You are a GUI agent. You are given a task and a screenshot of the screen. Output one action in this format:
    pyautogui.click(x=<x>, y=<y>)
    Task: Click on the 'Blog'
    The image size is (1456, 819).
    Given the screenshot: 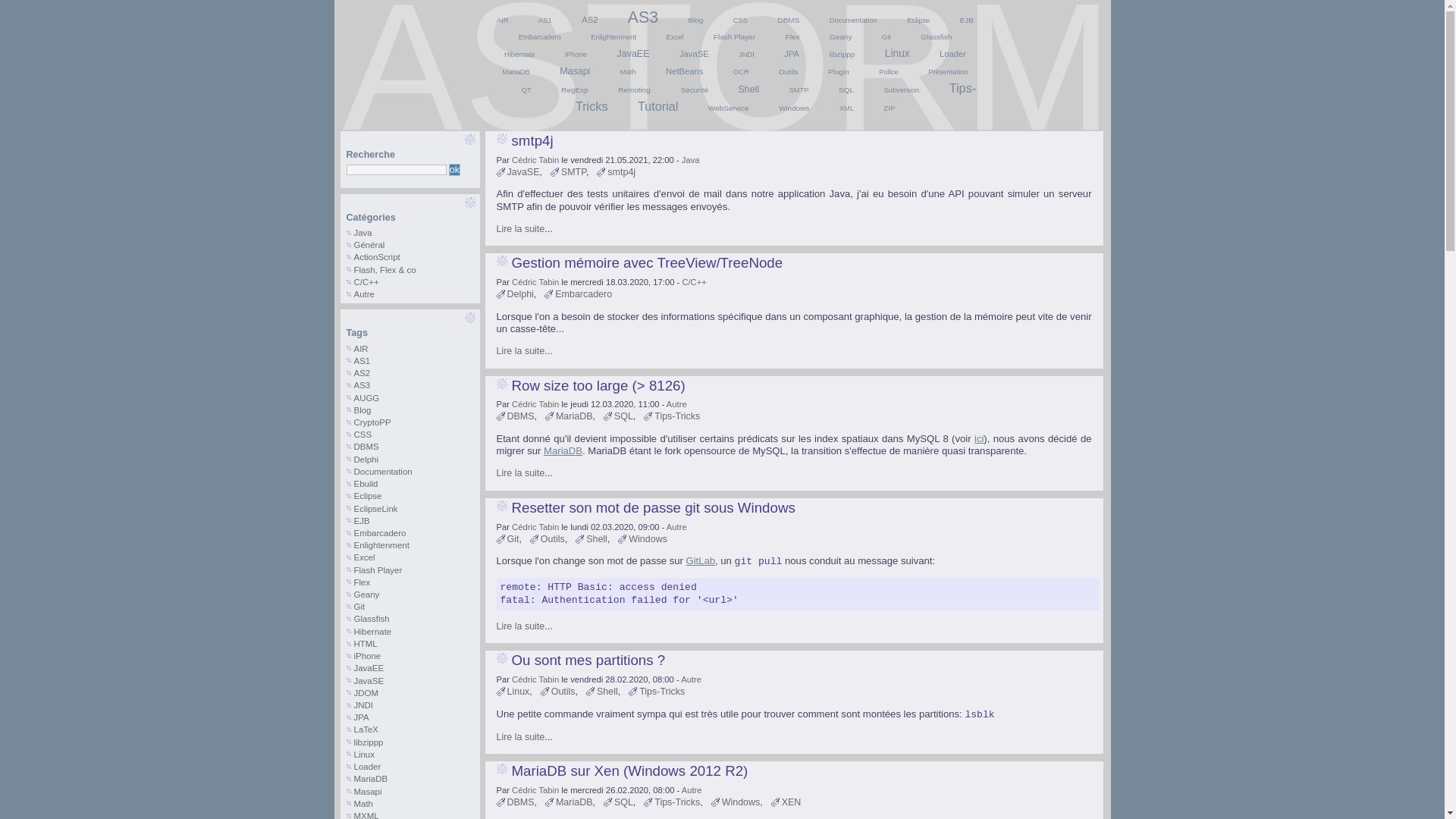 What is the action you would take?
    pyautogui.click(x=361, y=409)
    